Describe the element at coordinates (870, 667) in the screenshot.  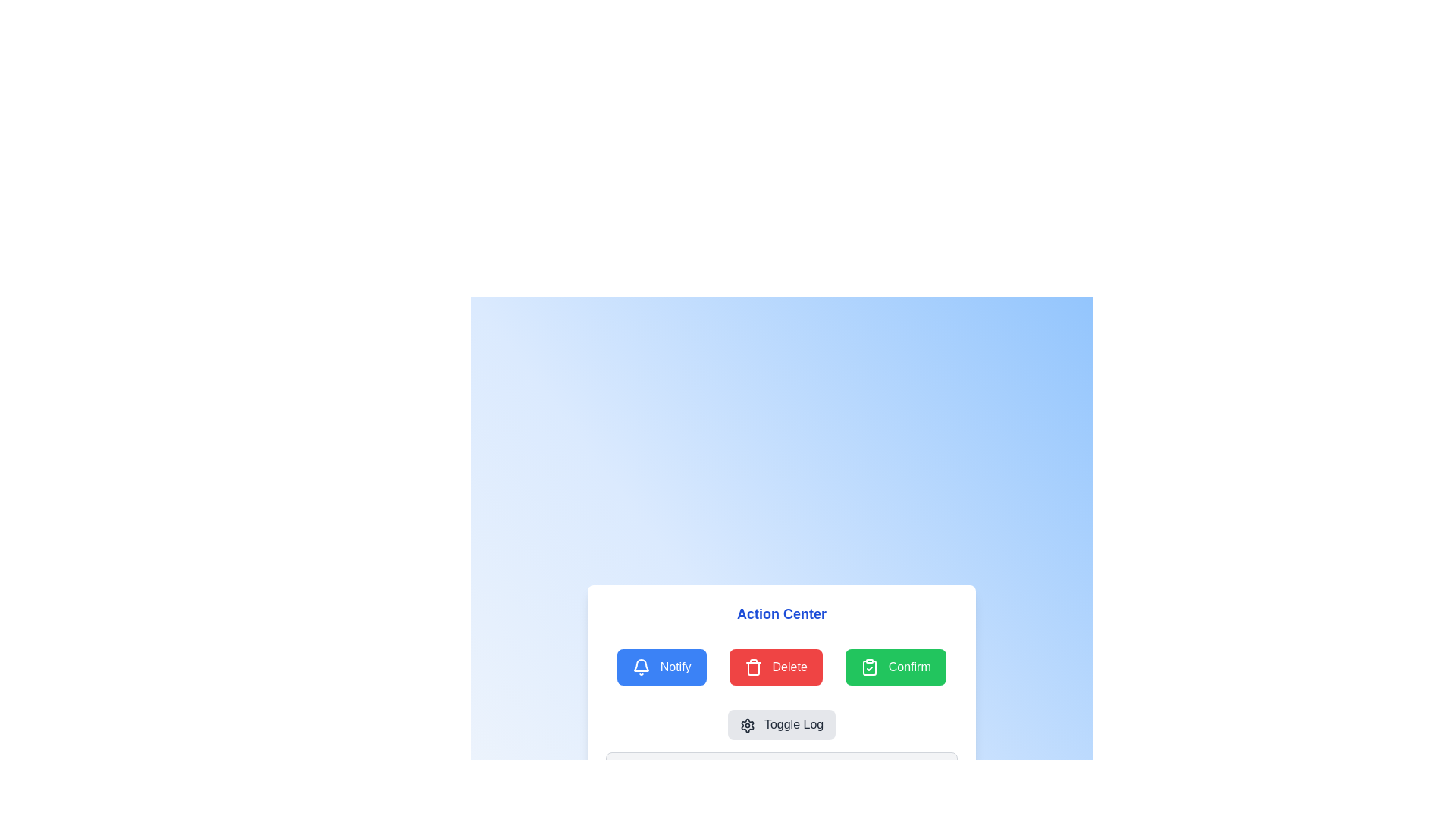
I see `the confirmation icon that enhances the 'Confirm' button located at the right end of the row of buttons under the 'Action Center' title` at that location.